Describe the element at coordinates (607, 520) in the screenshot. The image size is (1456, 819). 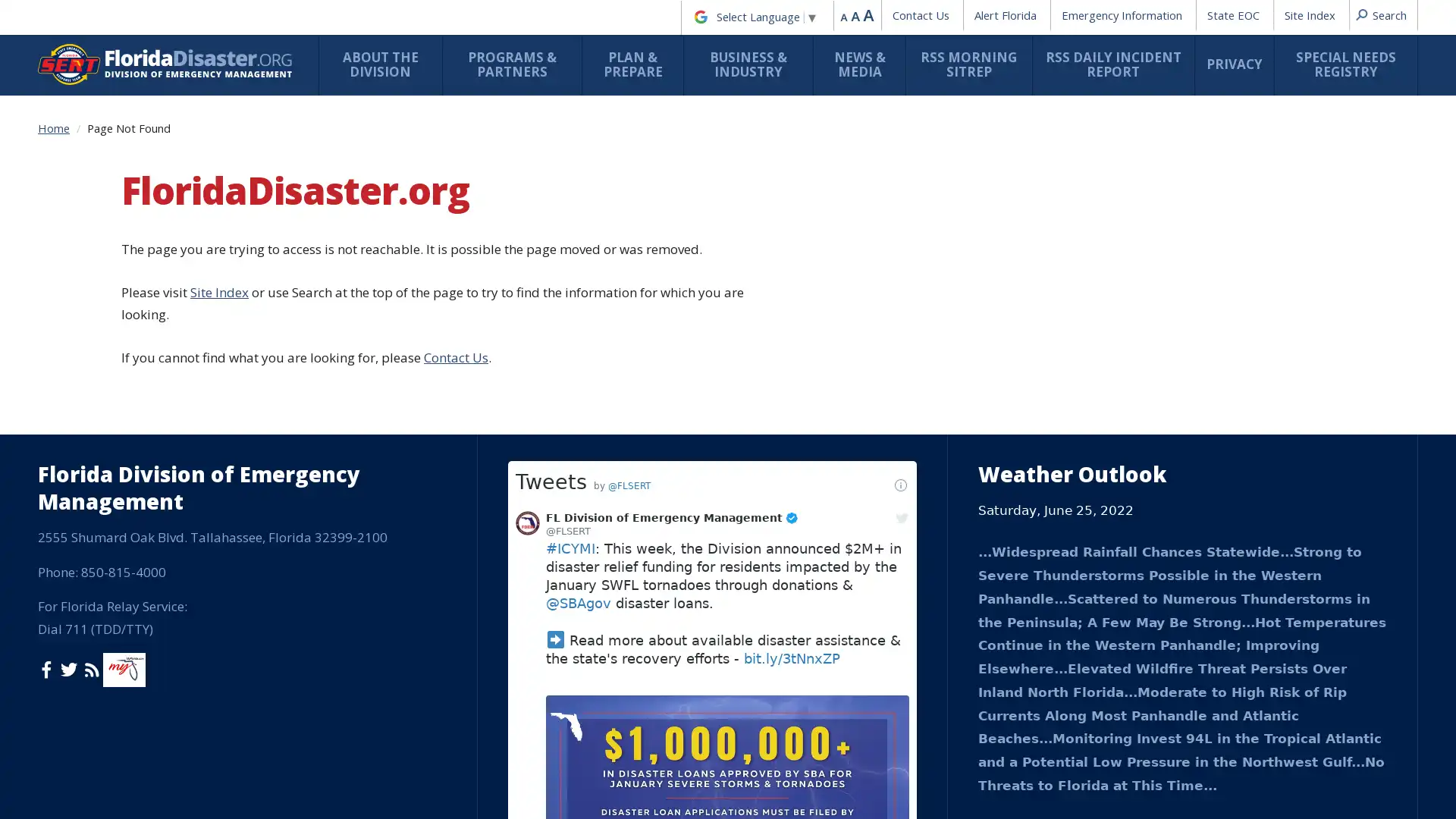
I see `Toggle More` at that location.